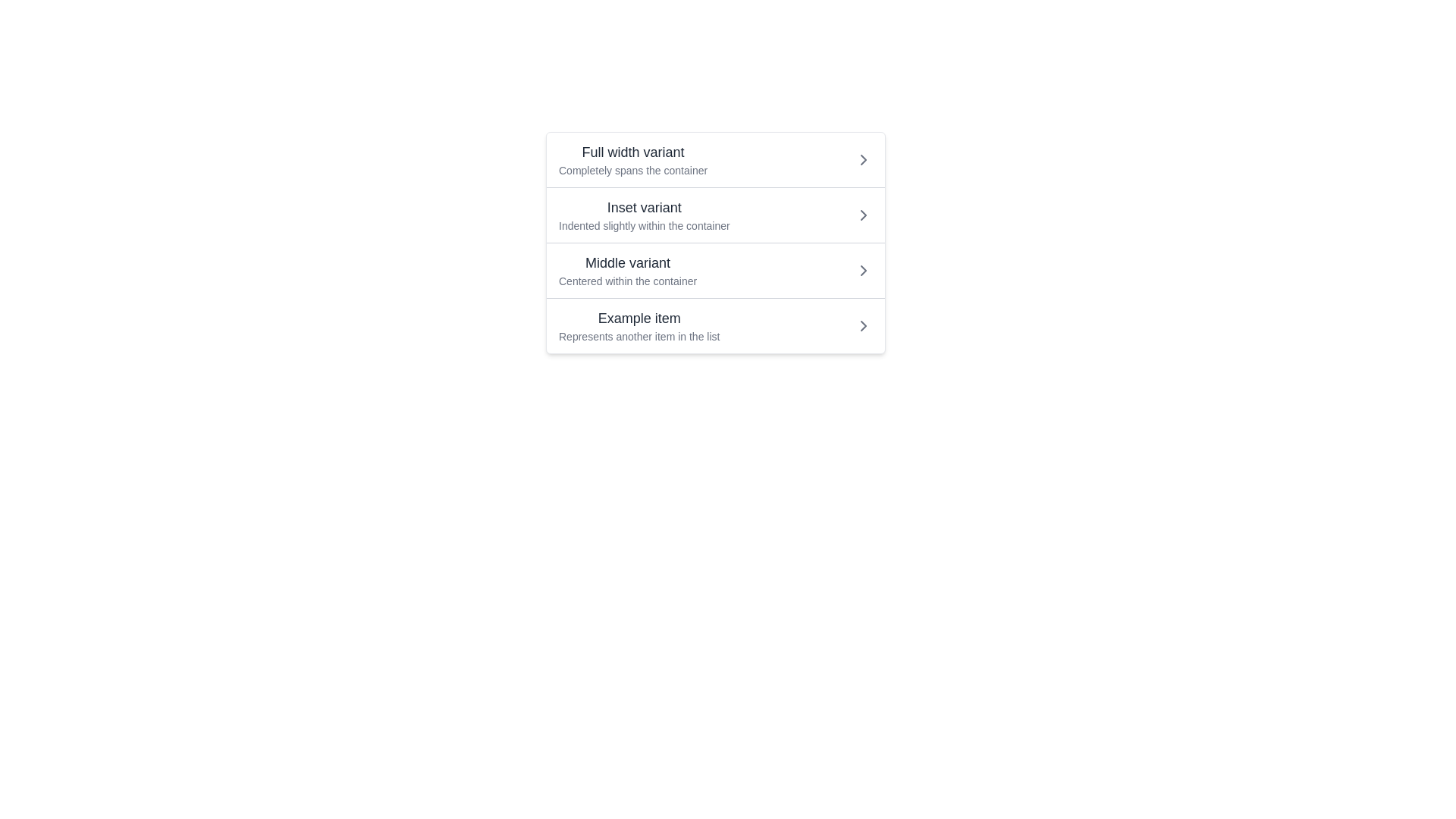  Describe the element at coordinates (628, 262) in the screenshot. I see `the primary label for the third list item, which provides a title or description for the option it represents` at that location.